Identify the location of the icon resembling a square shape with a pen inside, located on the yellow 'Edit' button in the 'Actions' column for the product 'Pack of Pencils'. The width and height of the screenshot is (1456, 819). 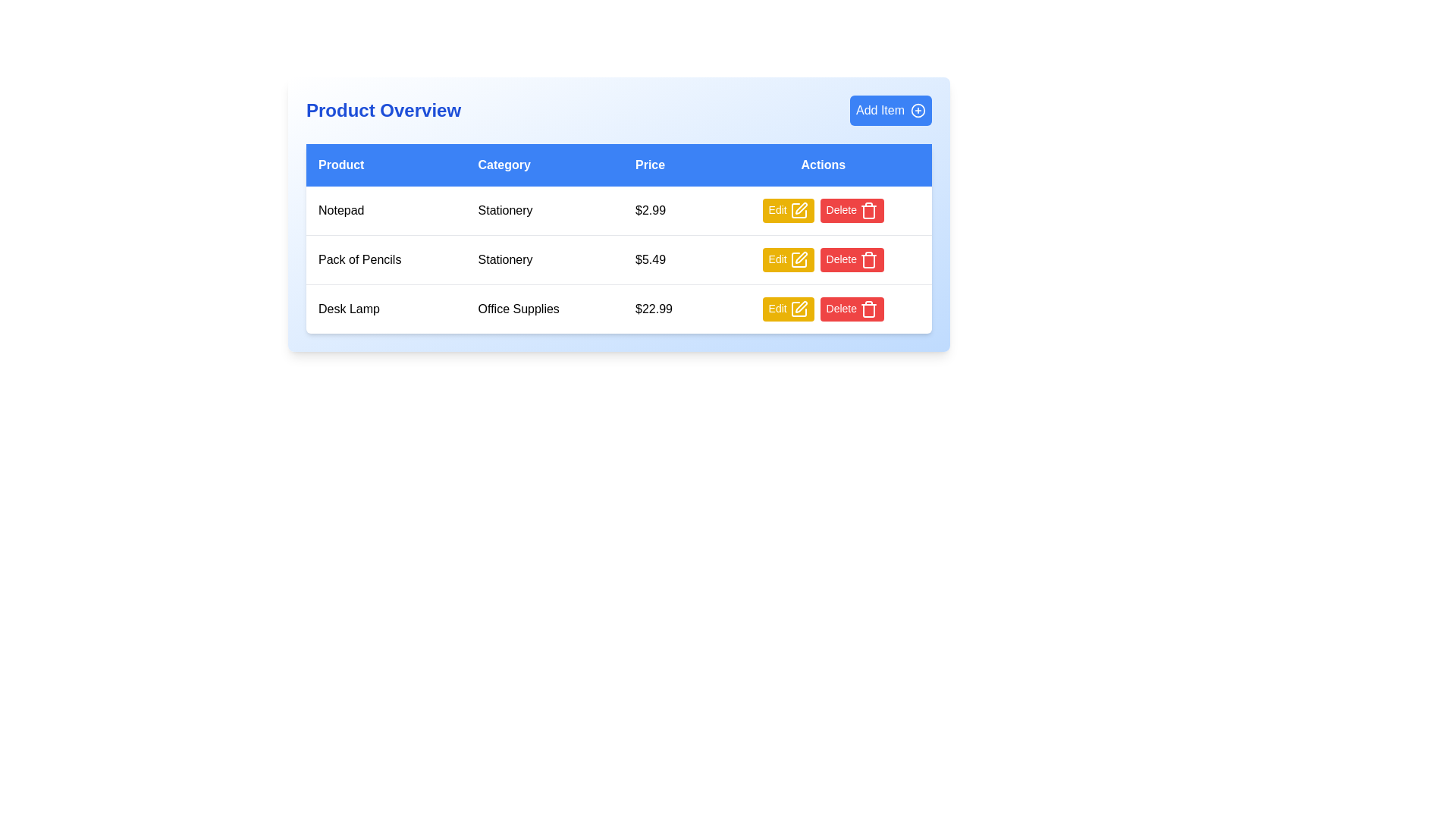
(798, 259).